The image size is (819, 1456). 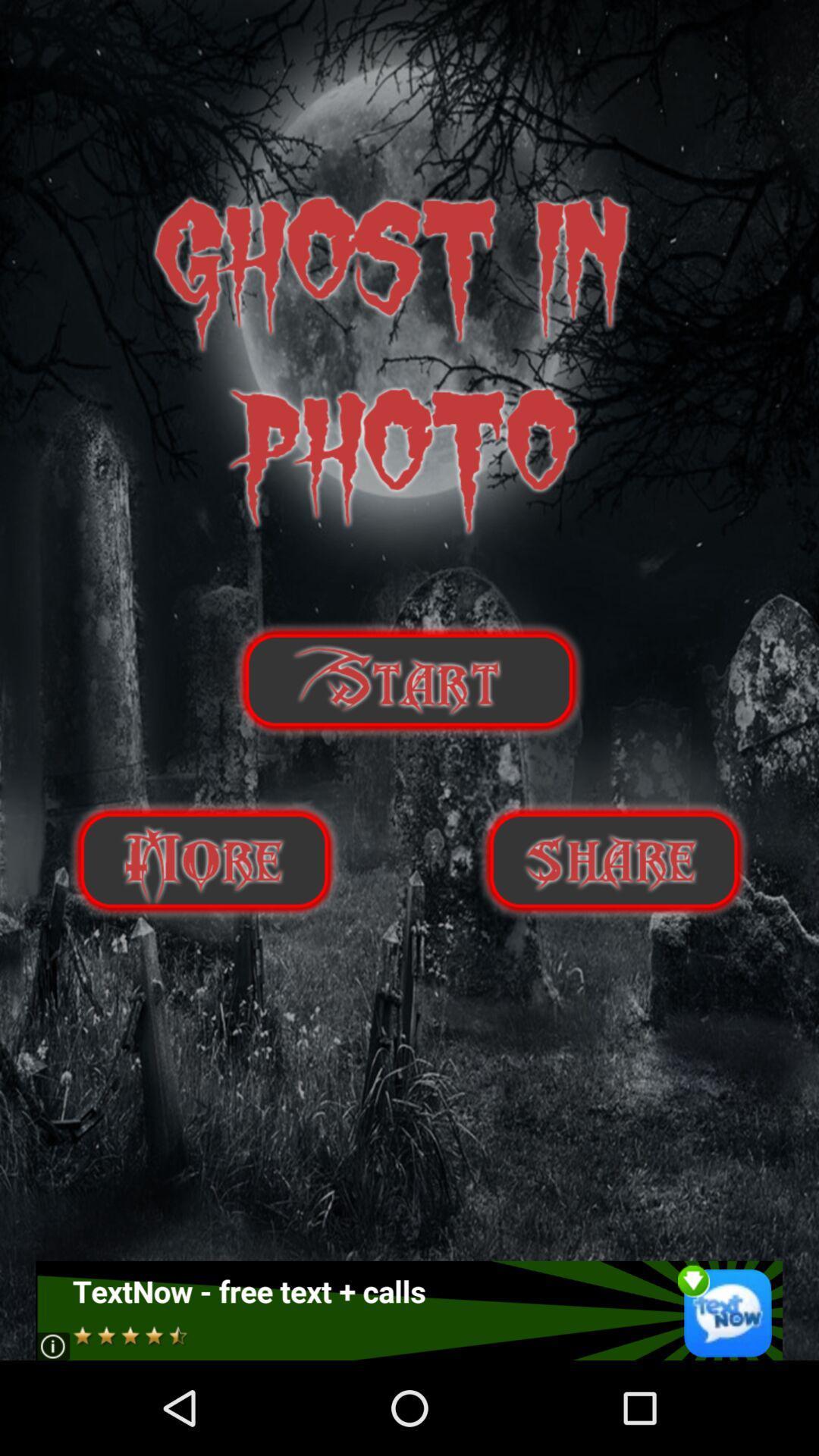 What do you see at coordinates (203, 860) in the screenshot?
I see `score botton` at bounding box center [203, 860].